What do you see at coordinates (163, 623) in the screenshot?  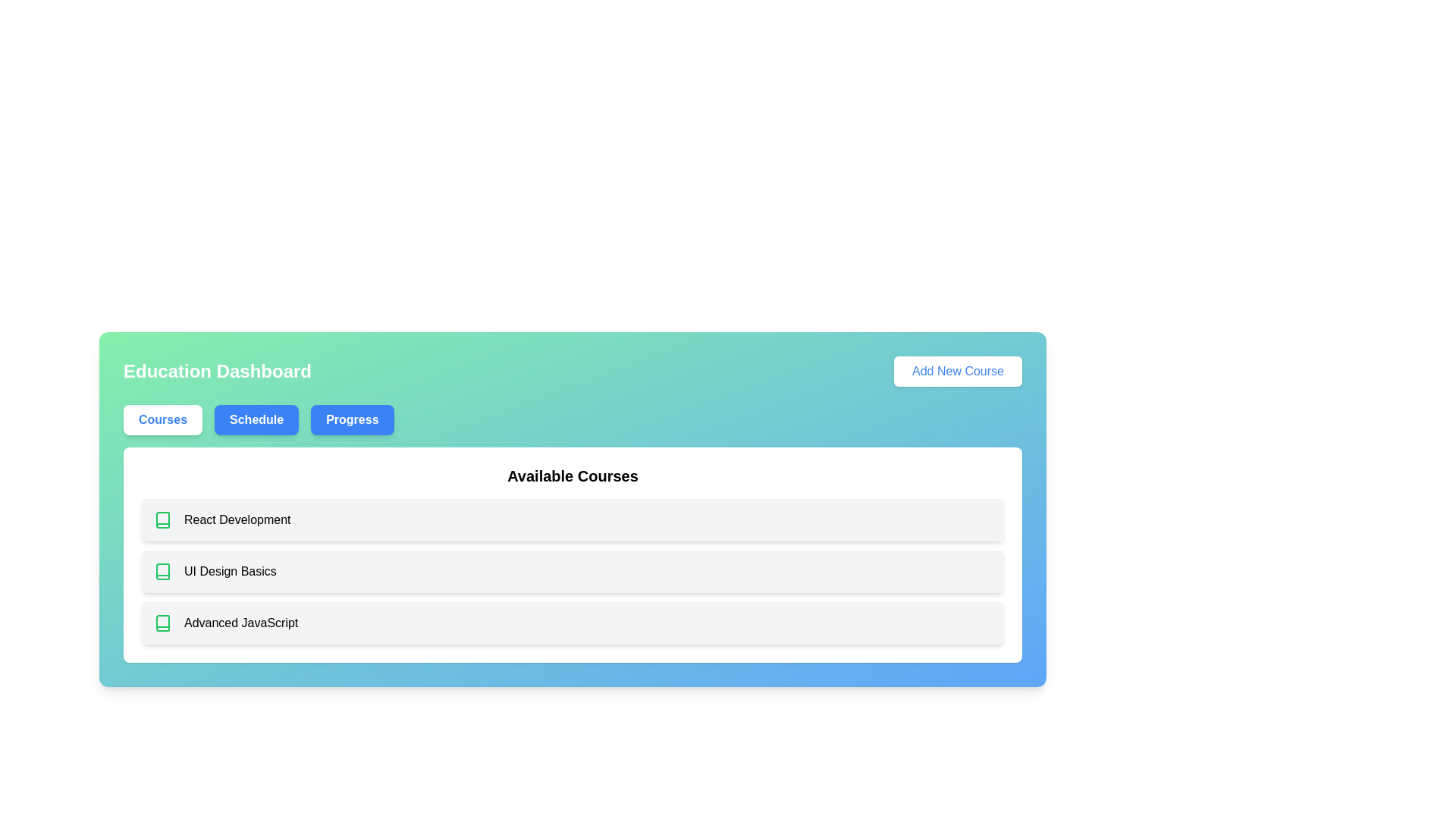 I see `the icon representing the 'Advanced JavaScript' course for interaction` at bounding box center [163, 623].